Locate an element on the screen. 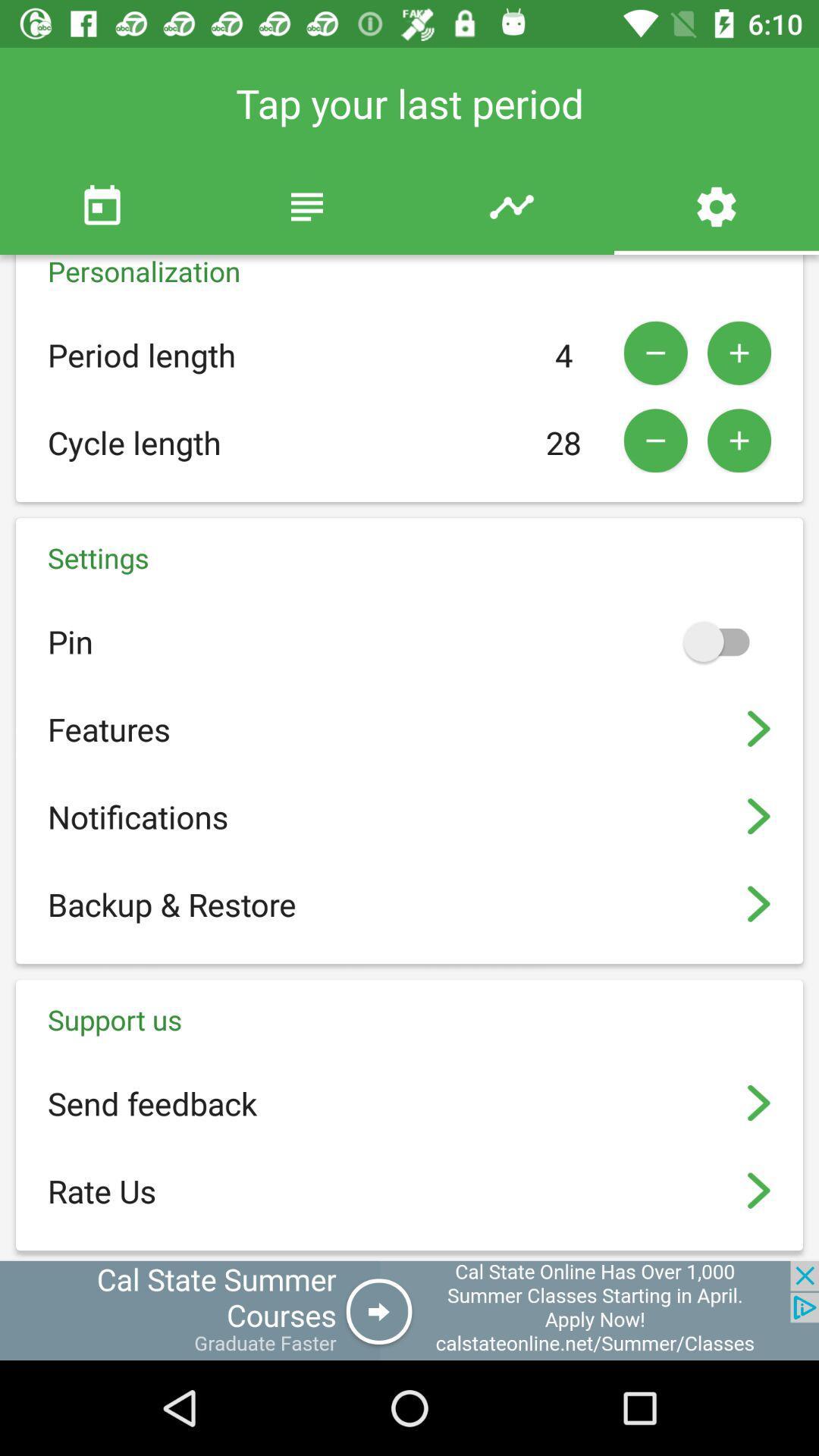  on is located at coordinates (723, 641).